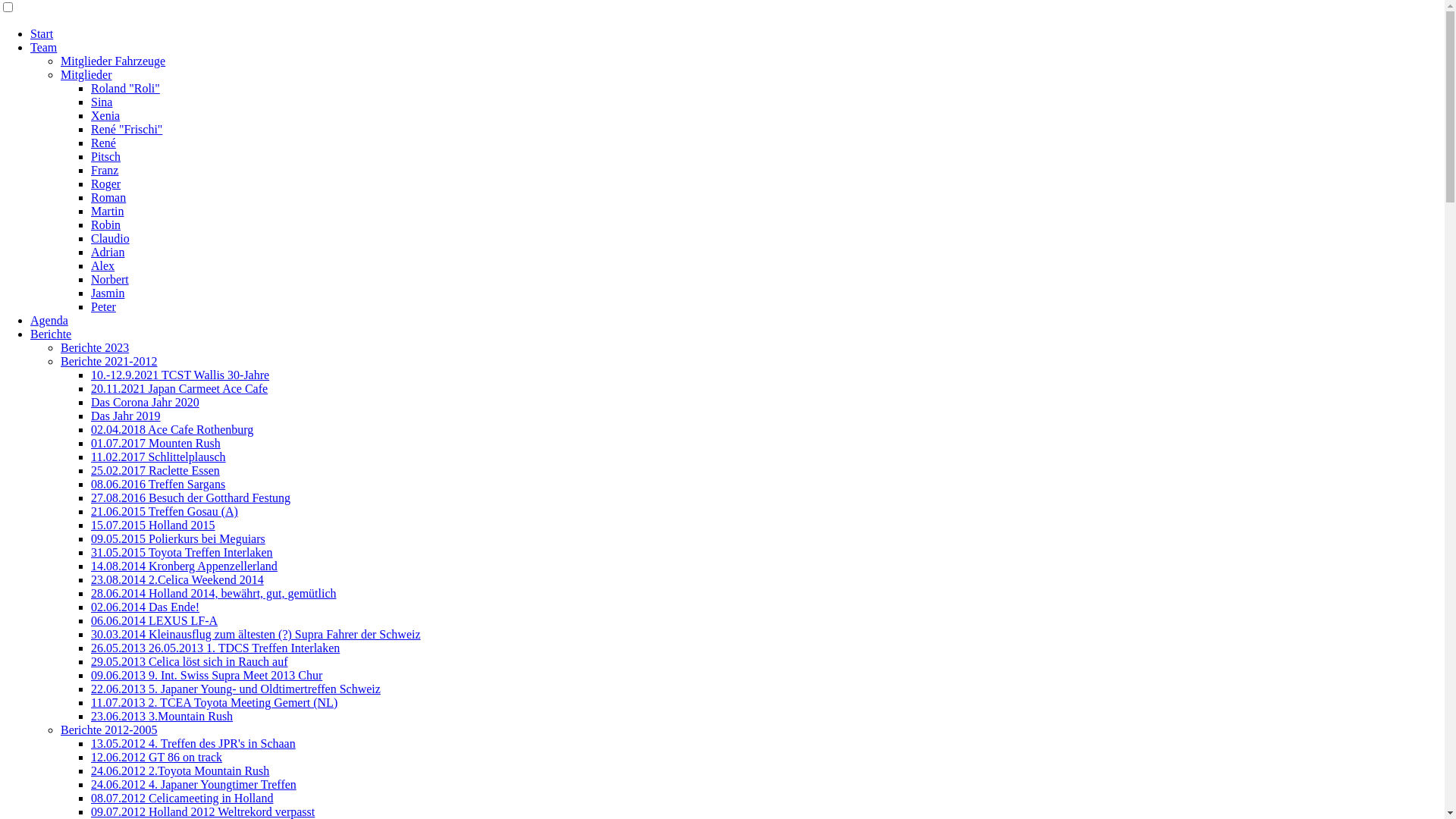 The width and height of the screenshot is (1456, 819). Describe the element at coordinates (90, 770) in the screenshot. I see `'24.06.2012 2.Toyota Mountain Rush'` at that location.